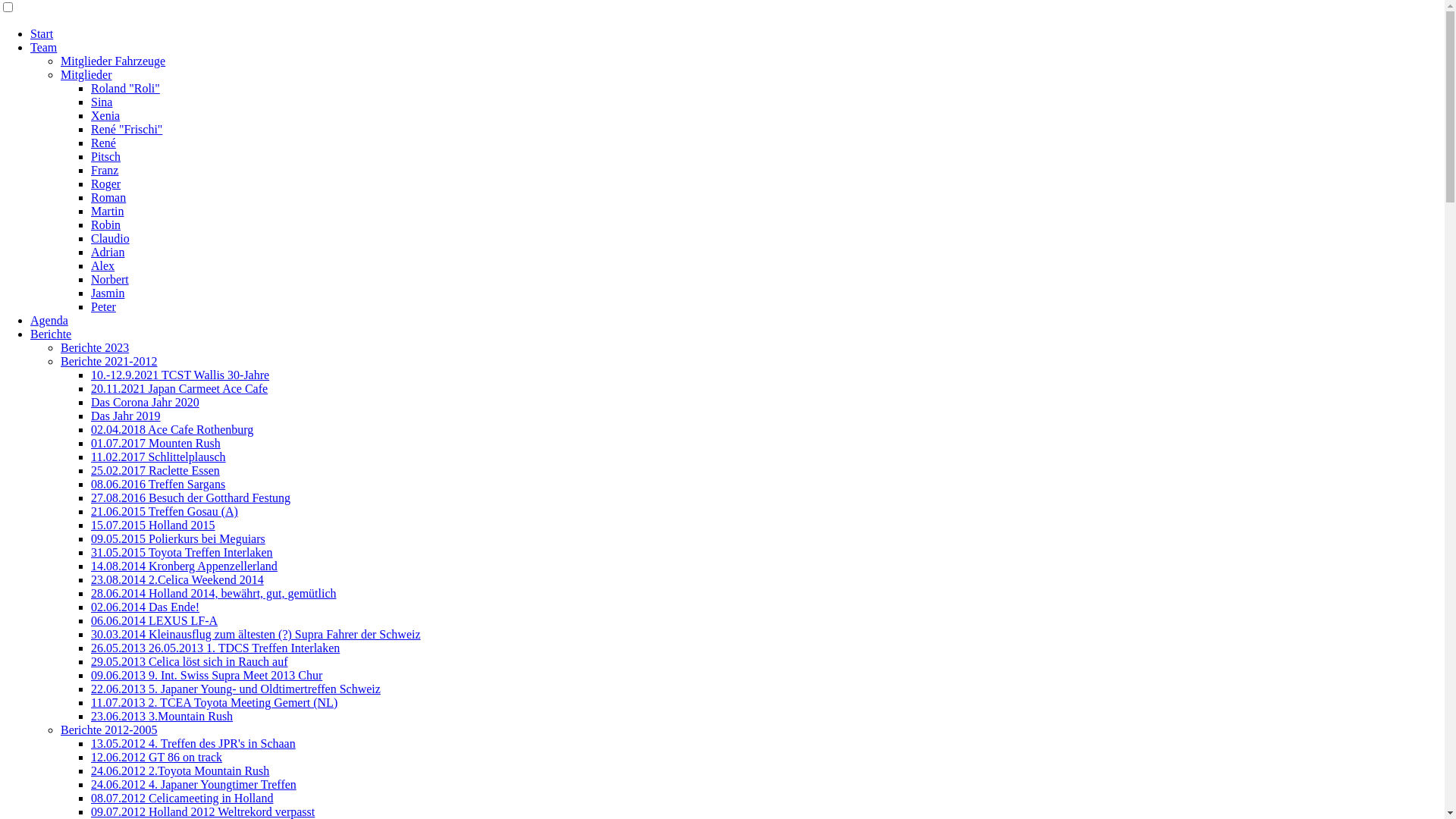 The width and height of the screenshot is (1456, 819). Describe the element at coordinates (90, 770) in the screenshot. I see `'24.06.2012 2.Toyota Mountain Rush'` at that location.